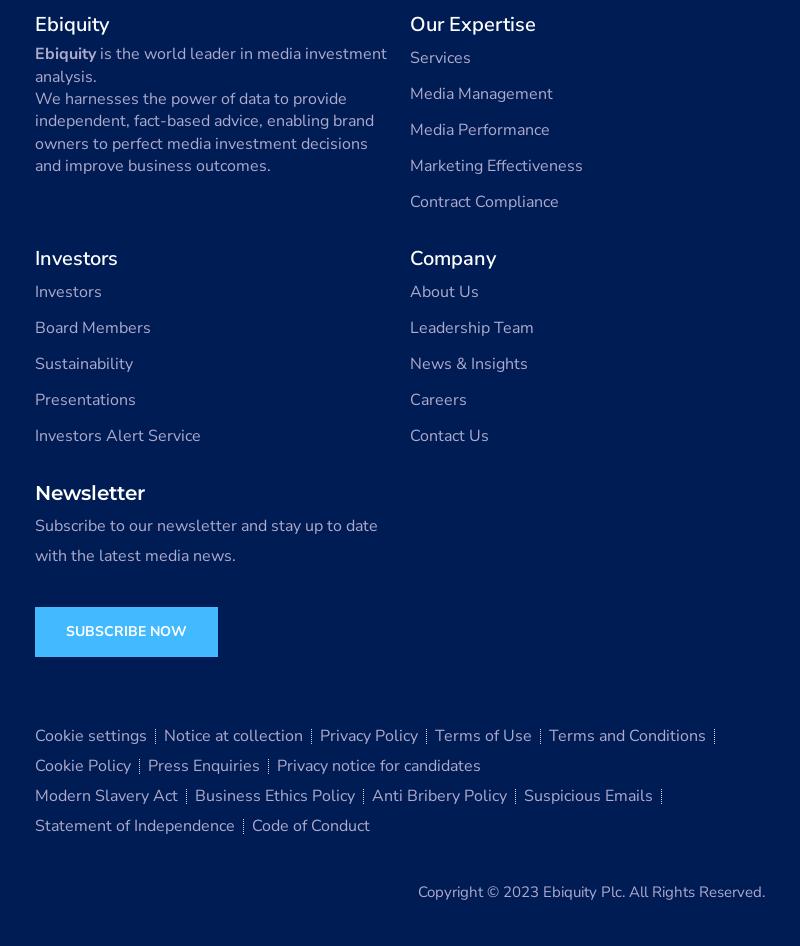 Image resolution: width=800 pixels, height=946 pixels. I want to click on 'Sustainability', so click(84, 364).